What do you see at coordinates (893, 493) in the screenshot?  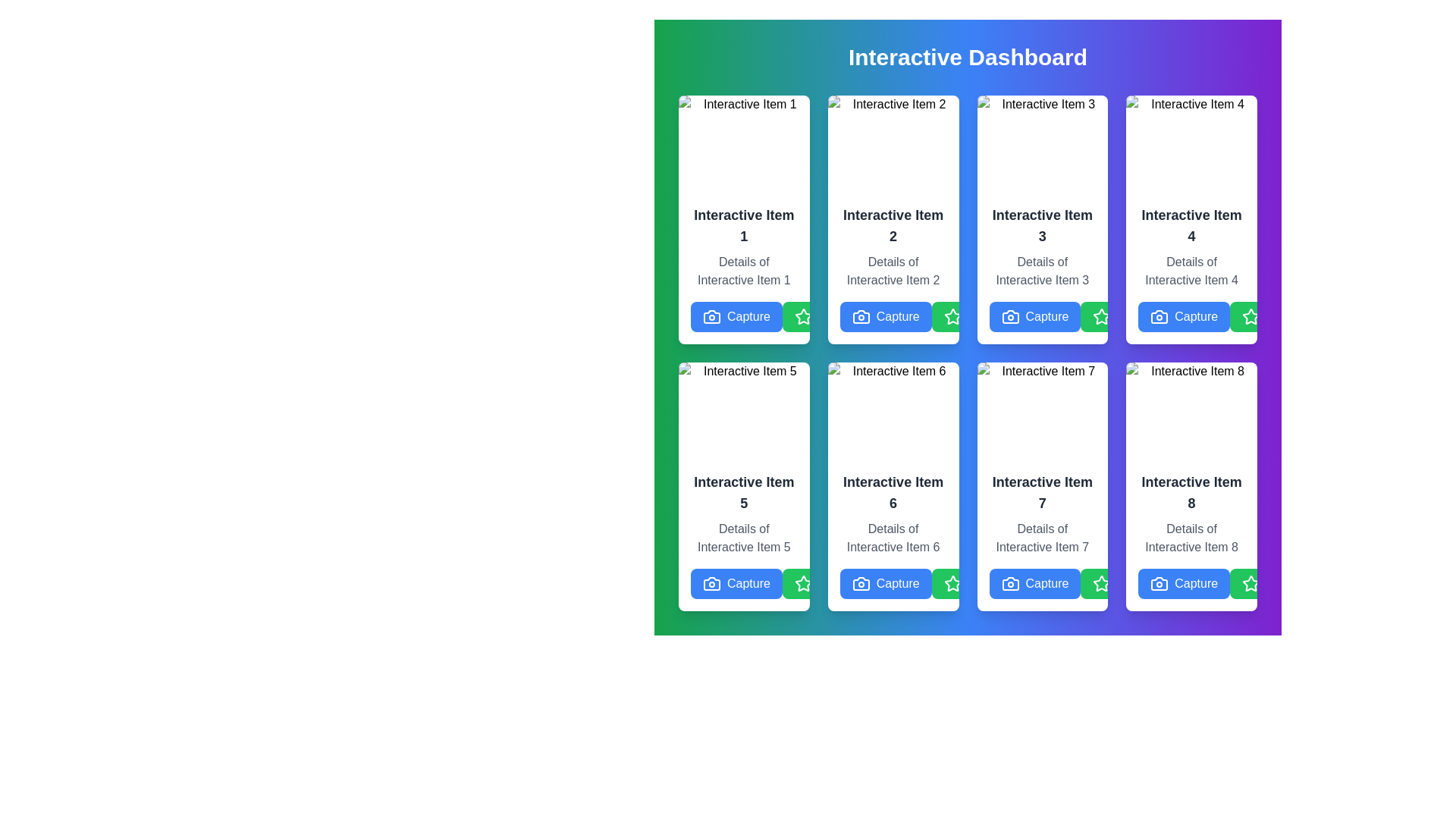 I see `the static text component displaying 'Interactive Item 6', which is located in the sixth card of the grid layout, emphasizing its title-like role` at bounding box center [893, 493].